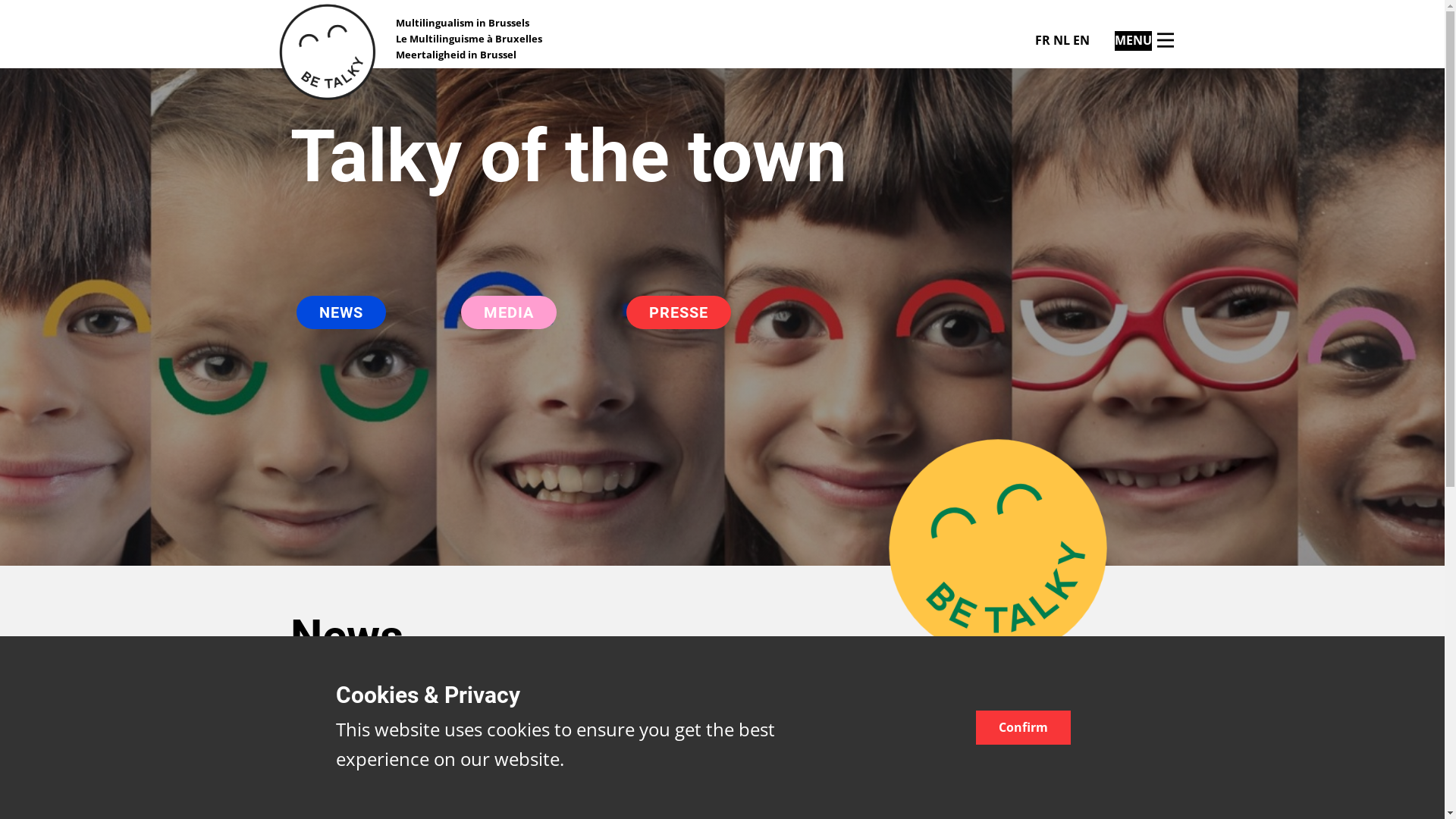  I want to click on 'FR', so click(1040, 39).